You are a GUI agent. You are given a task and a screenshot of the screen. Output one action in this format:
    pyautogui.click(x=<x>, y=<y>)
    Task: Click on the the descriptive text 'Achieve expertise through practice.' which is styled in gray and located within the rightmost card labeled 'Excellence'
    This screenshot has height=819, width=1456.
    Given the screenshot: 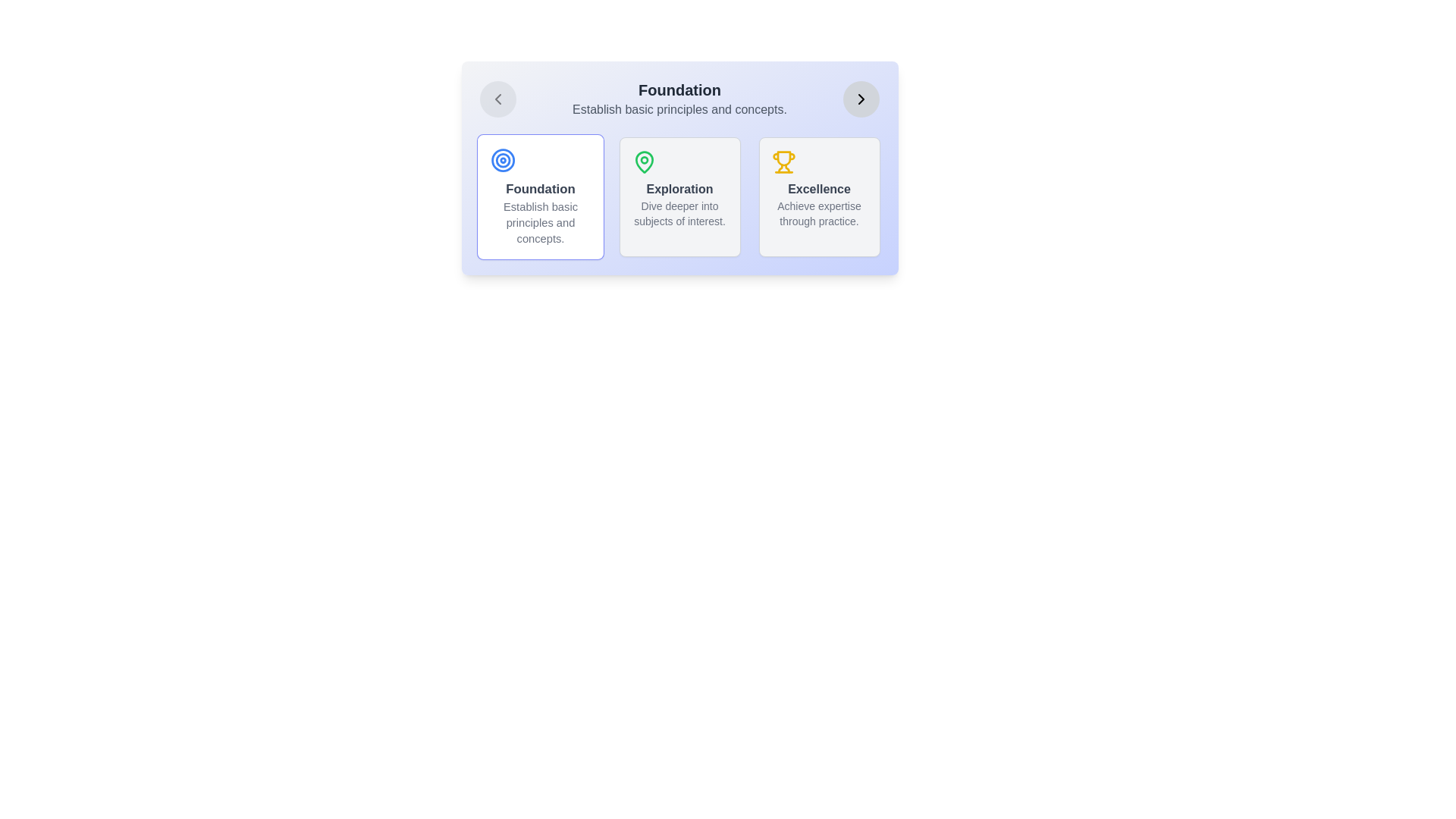 What is the action you would take?
    pyautogui.click(x=818, y=213)
    